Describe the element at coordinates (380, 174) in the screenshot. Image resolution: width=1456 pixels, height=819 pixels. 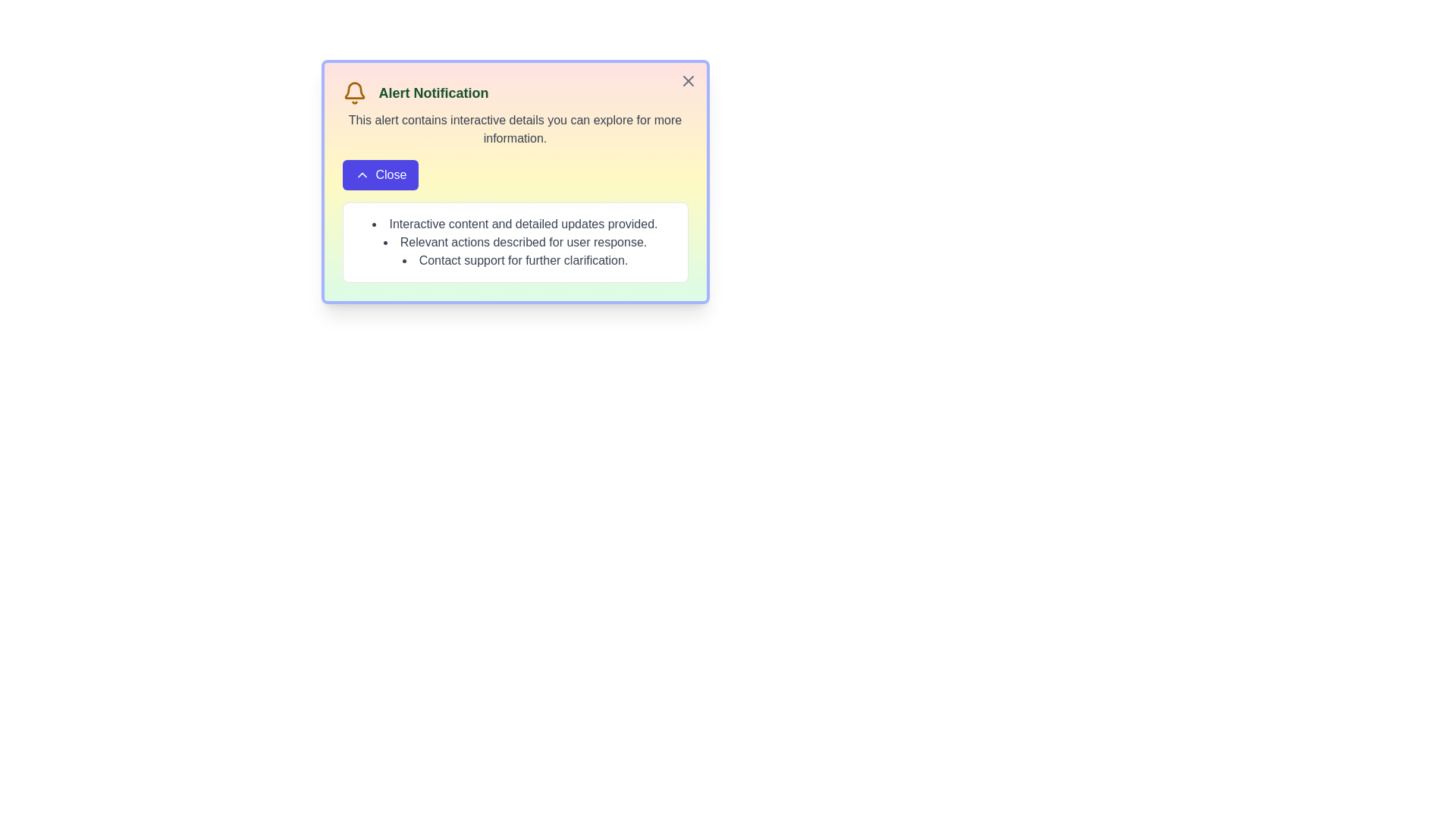
I see `'Close' button to toggle the additional information section` at that location.